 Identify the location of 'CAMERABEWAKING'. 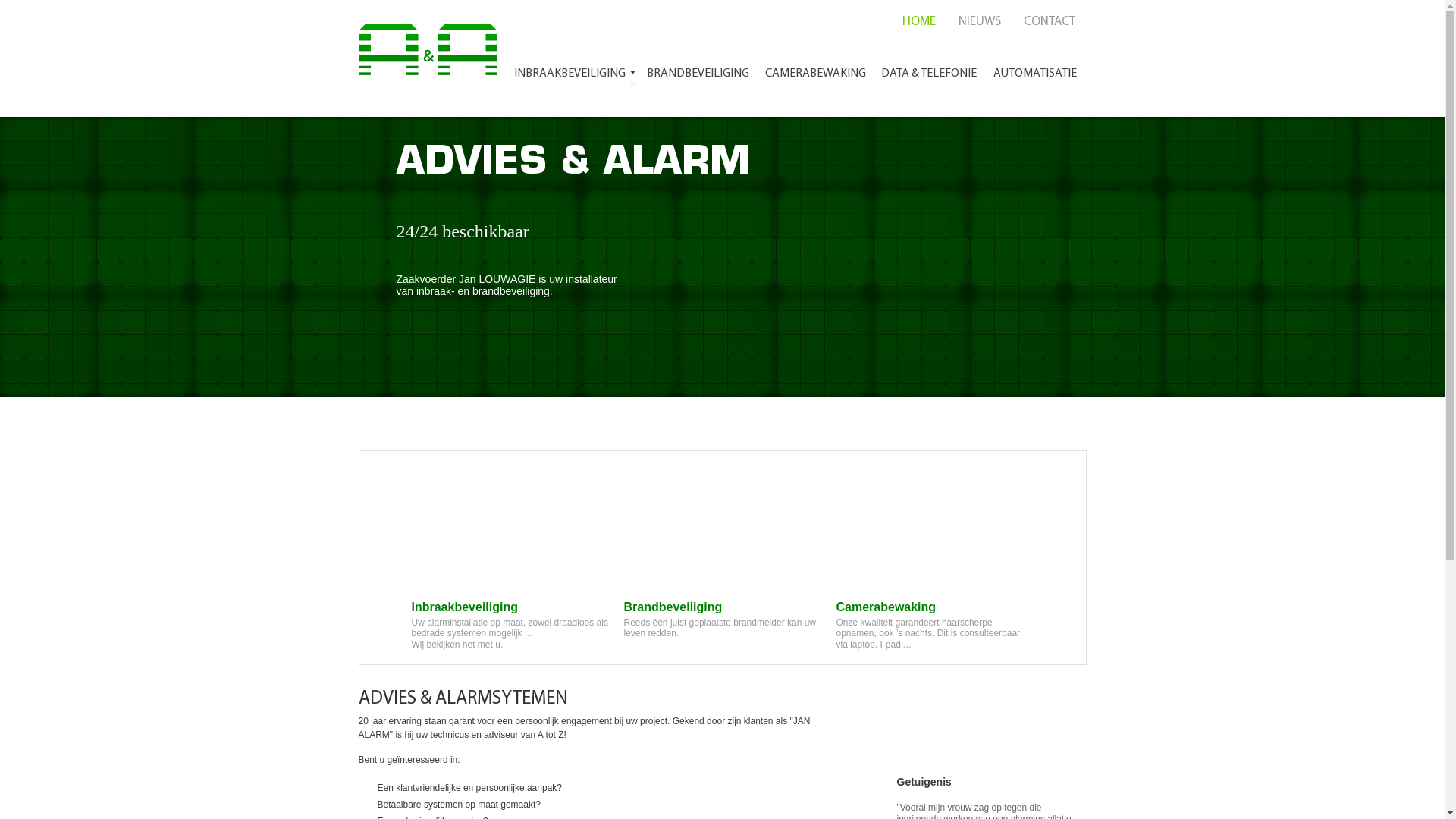
(757, 76).